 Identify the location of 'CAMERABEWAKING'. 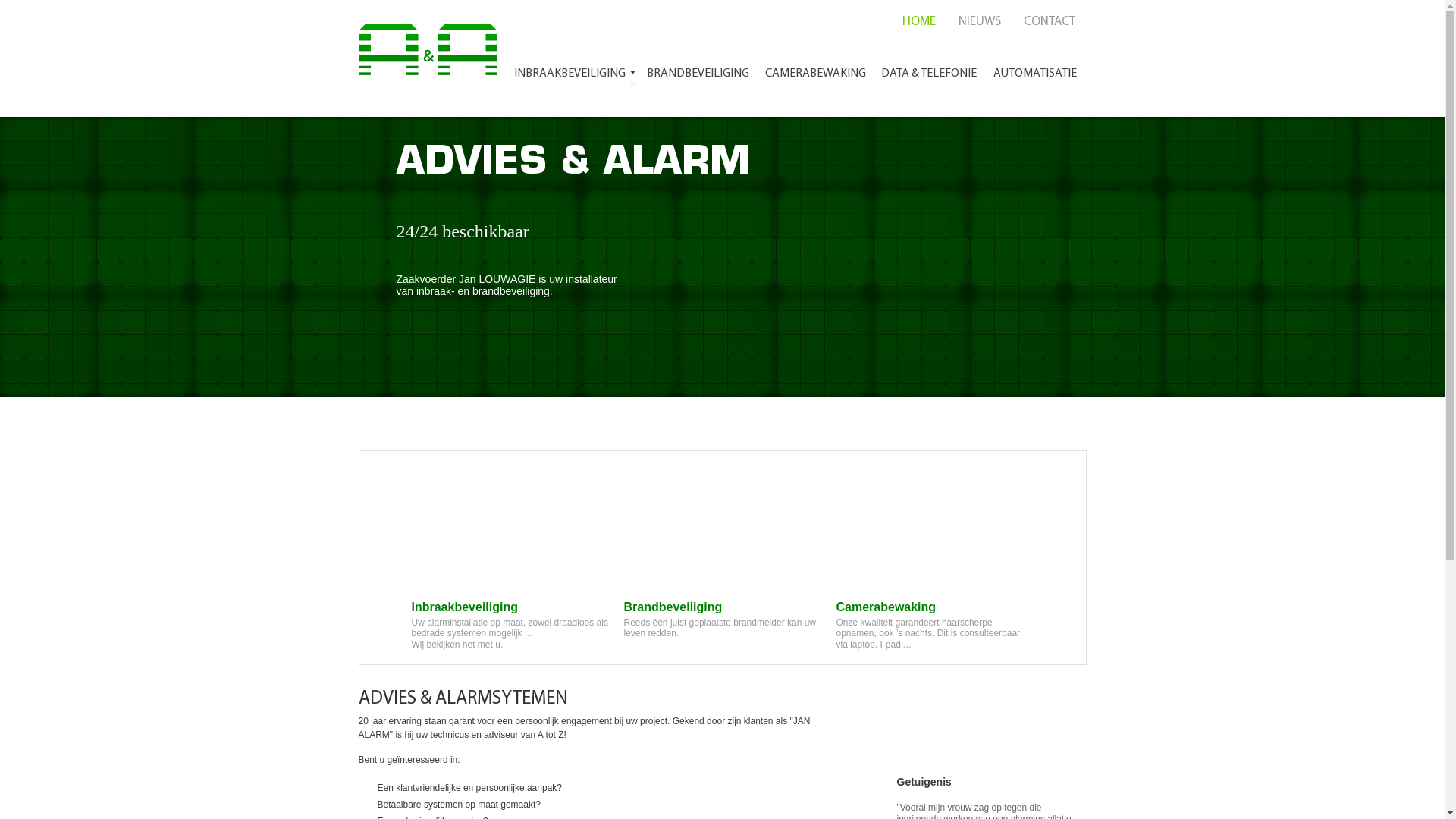
(757, 76).